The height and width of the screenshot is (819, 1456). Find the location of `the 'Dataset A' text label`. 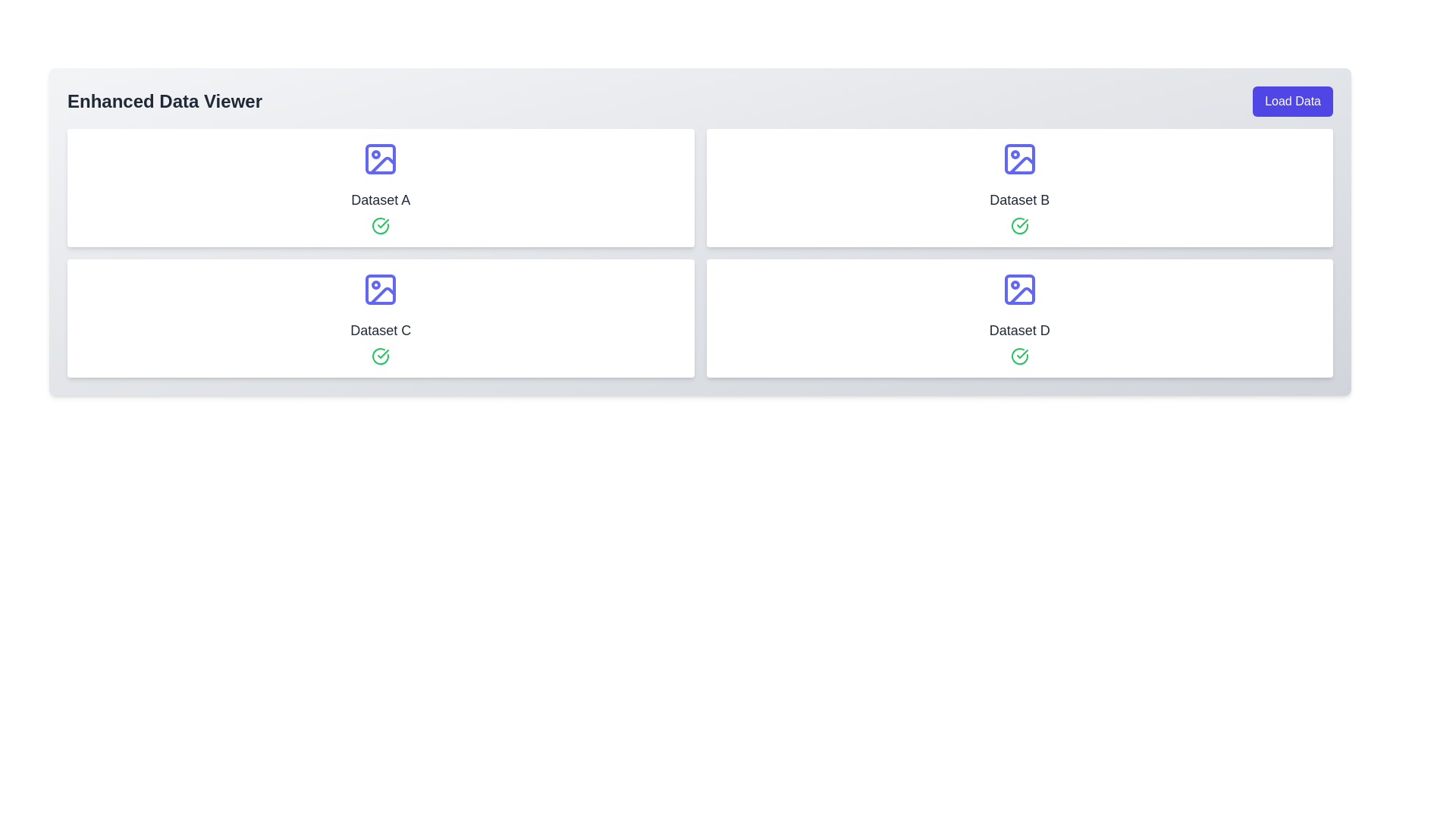

the 'Dataset A' text label is located at coordinates (381, 199).